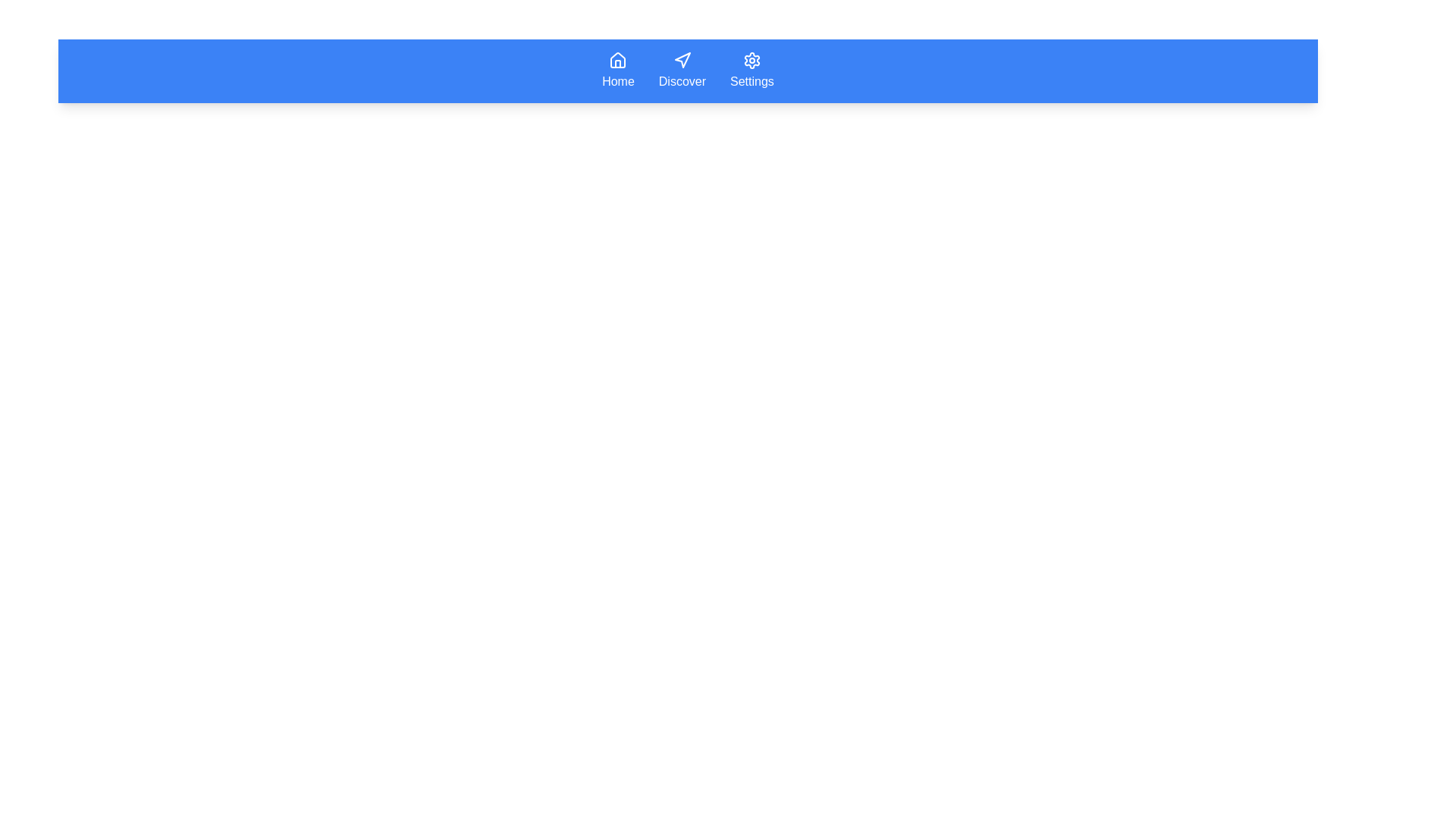 The image size is (1456, 819). I want to click on the 'Home' button in the blue navigation bar, which features a house icon above the text label 'Home', to observe the hover effects, so click(618, 71).